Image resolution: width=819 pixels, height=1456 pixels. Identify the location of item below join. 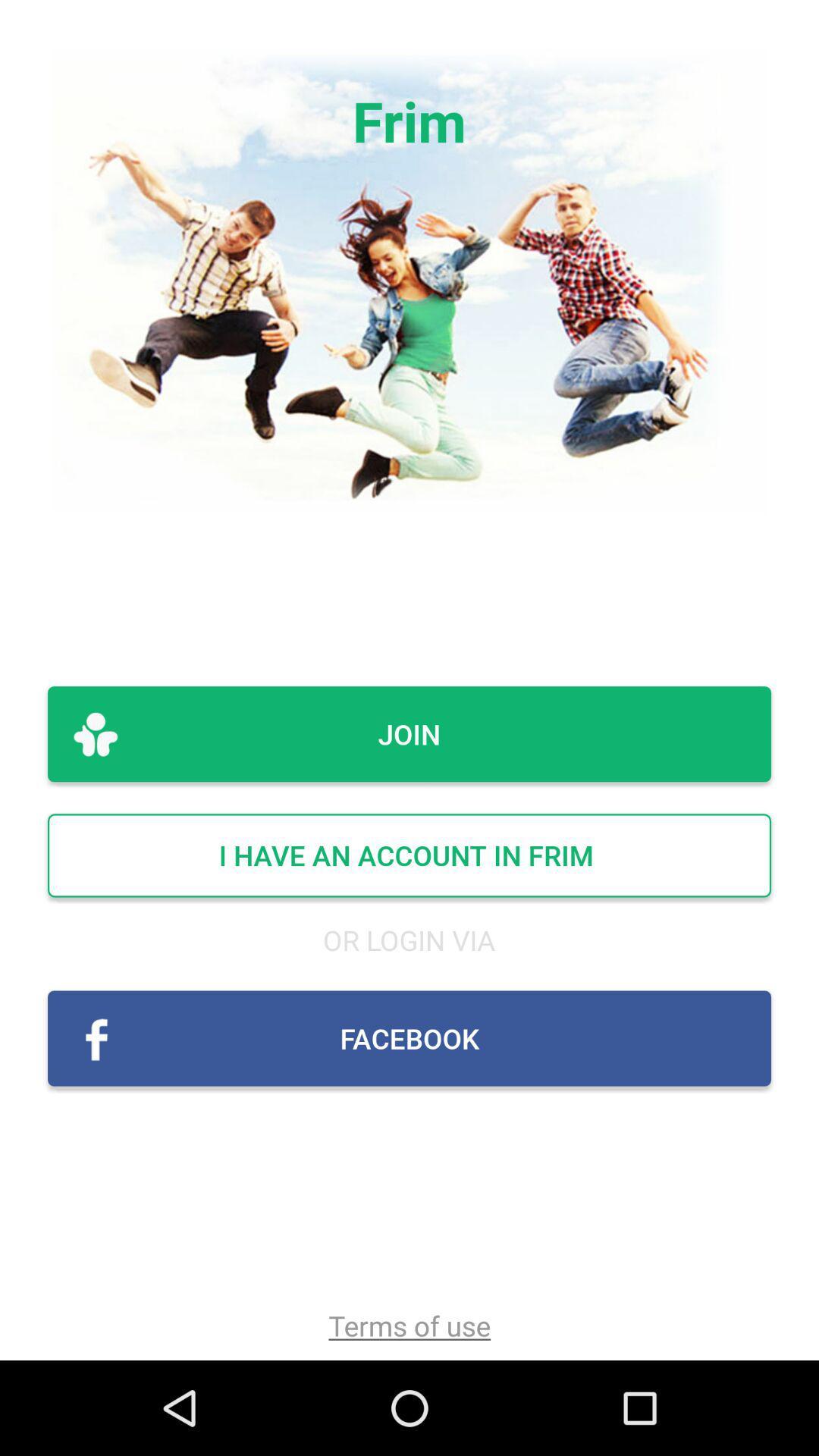
(409, 855).